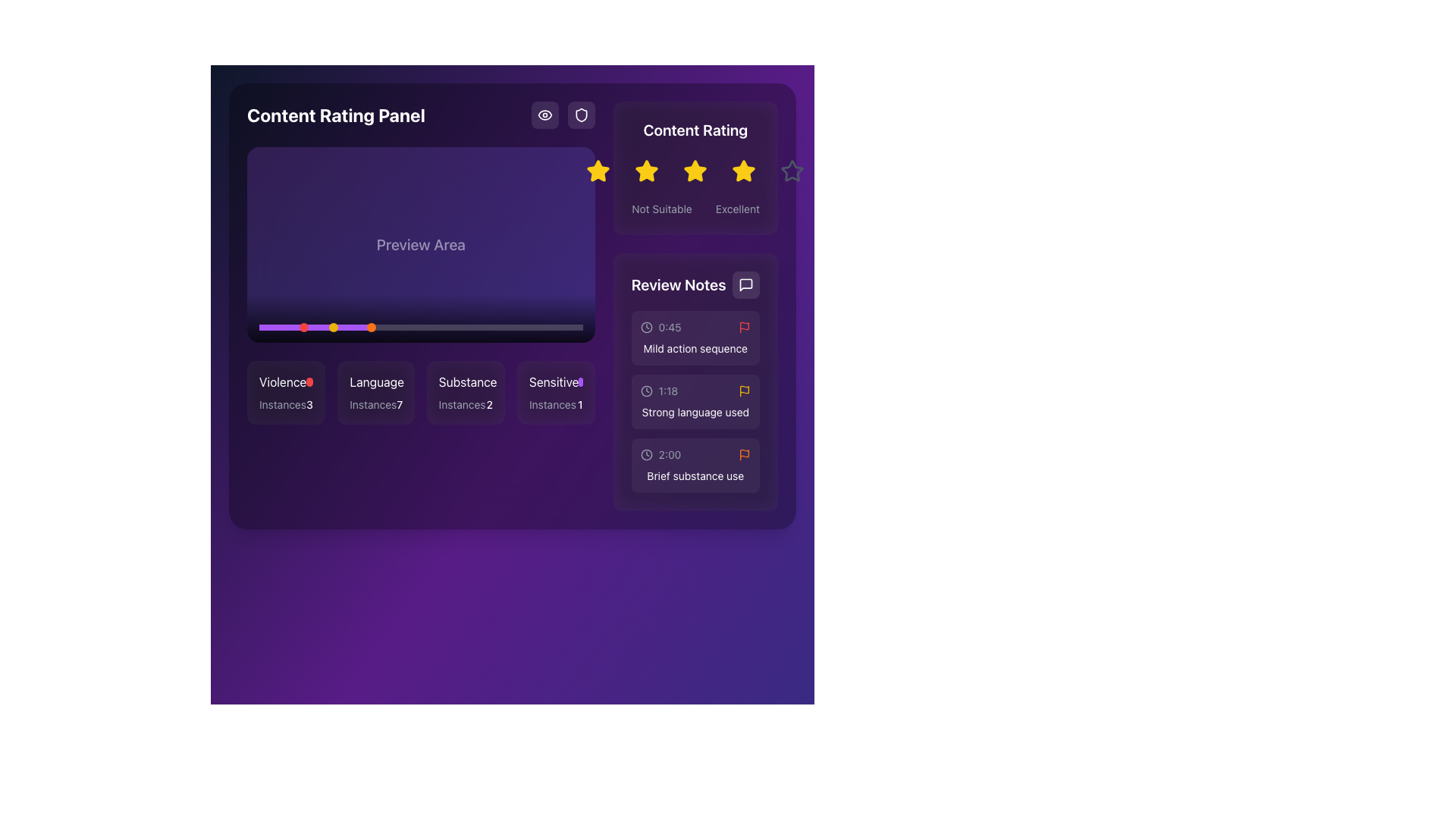  I want to click on the static text label displaying 'Instances', which is part of the 'Substance' box and positioned to the left of the numerical value '2', so click(462, 403).